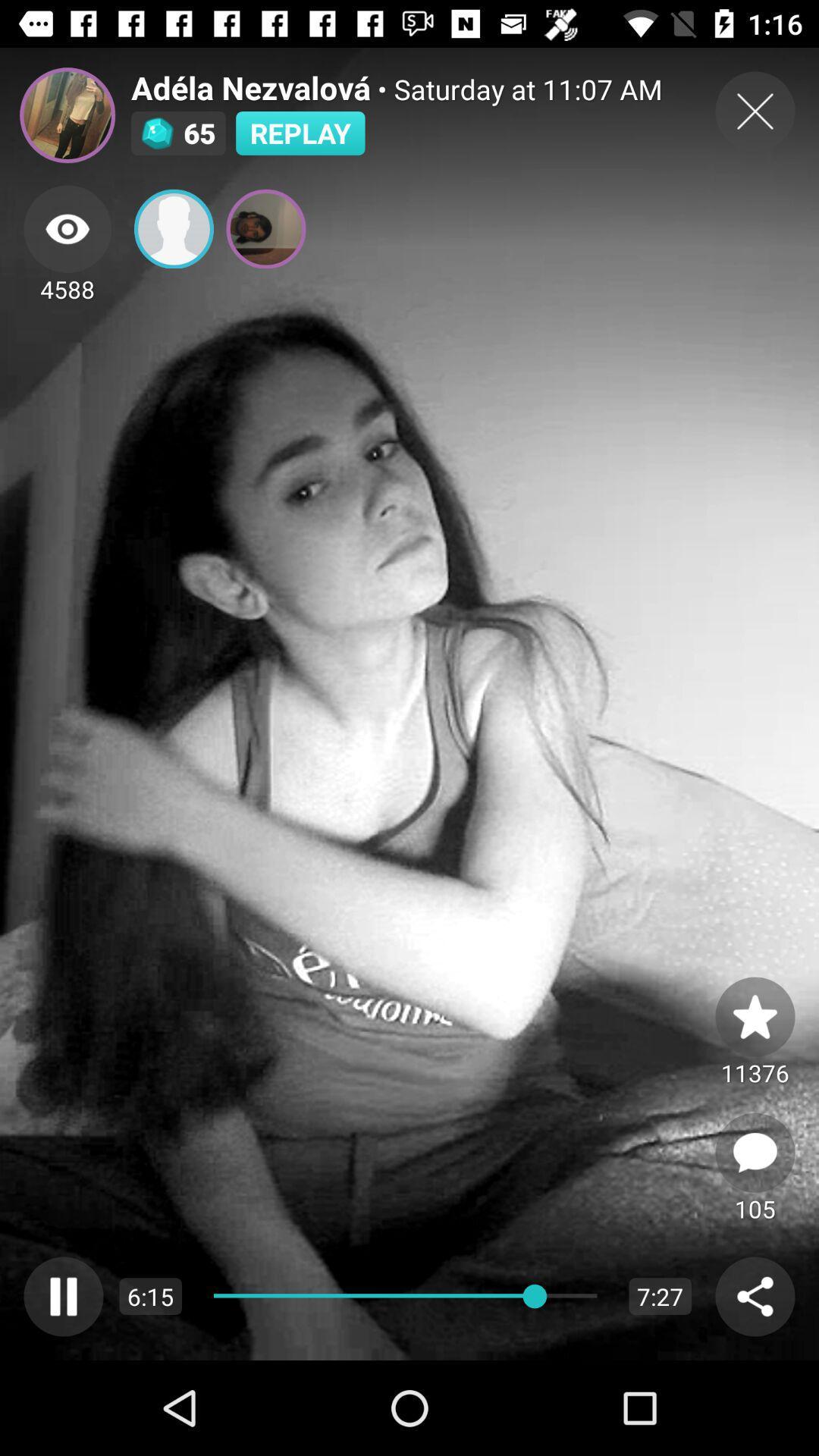 The height and width of the screenshot is (1456, 819). I want to click on eye icon option, so click(67, 228).